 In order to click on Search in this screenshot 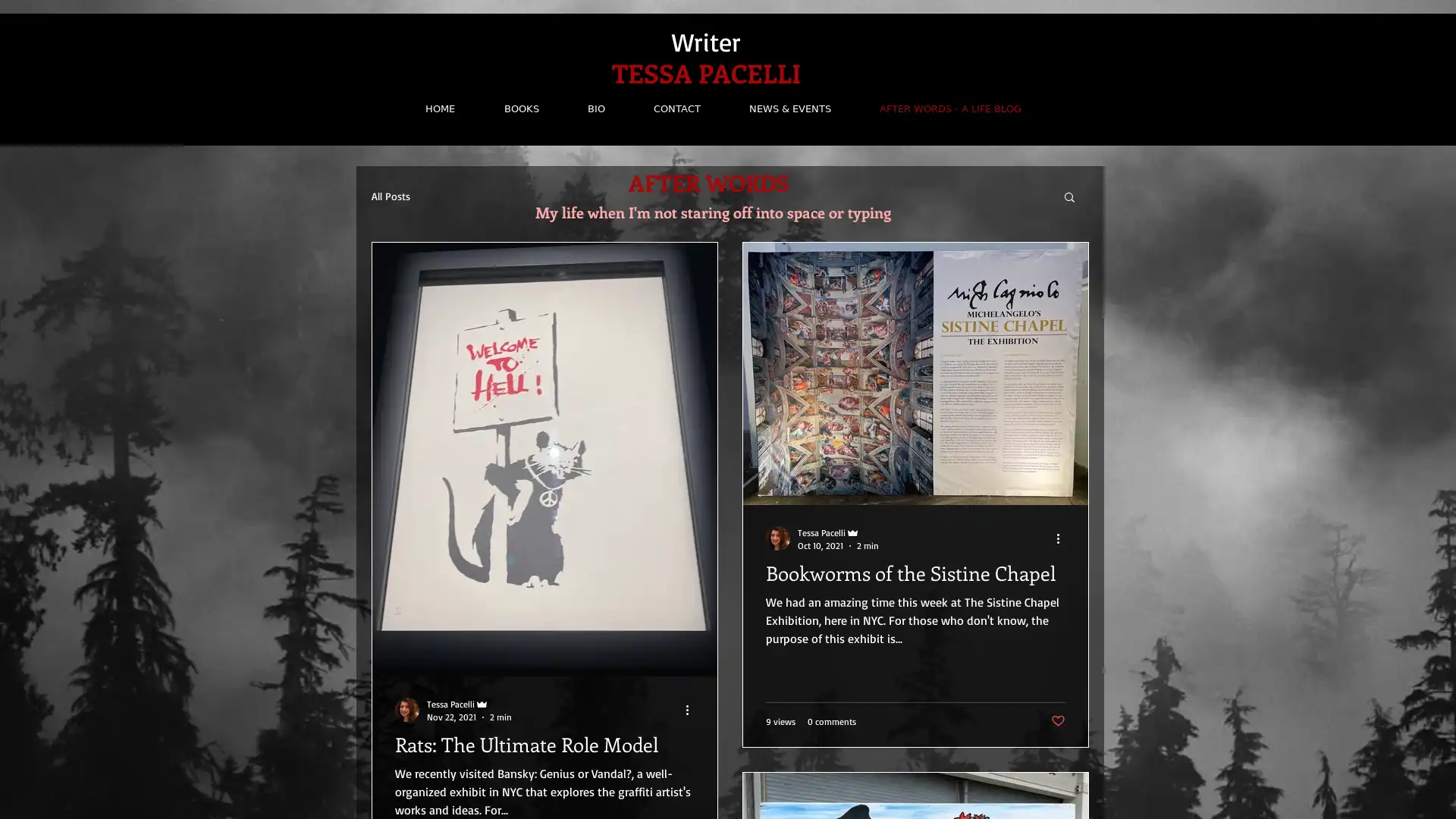, I will do `click(1068, 196)`.